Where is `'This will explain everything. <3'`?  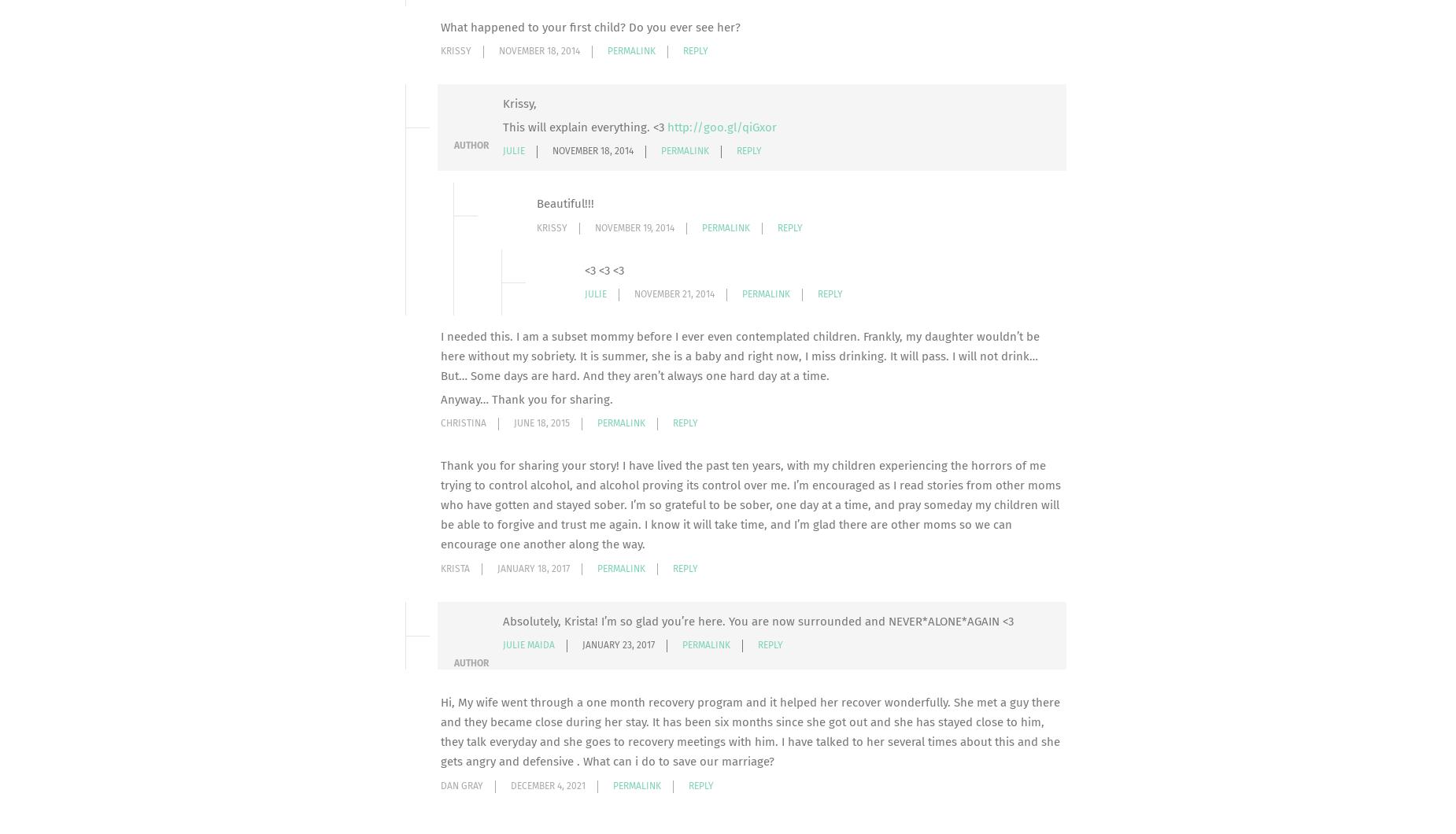
'This will explain everything. <3' is located at coordinates (585, 126).